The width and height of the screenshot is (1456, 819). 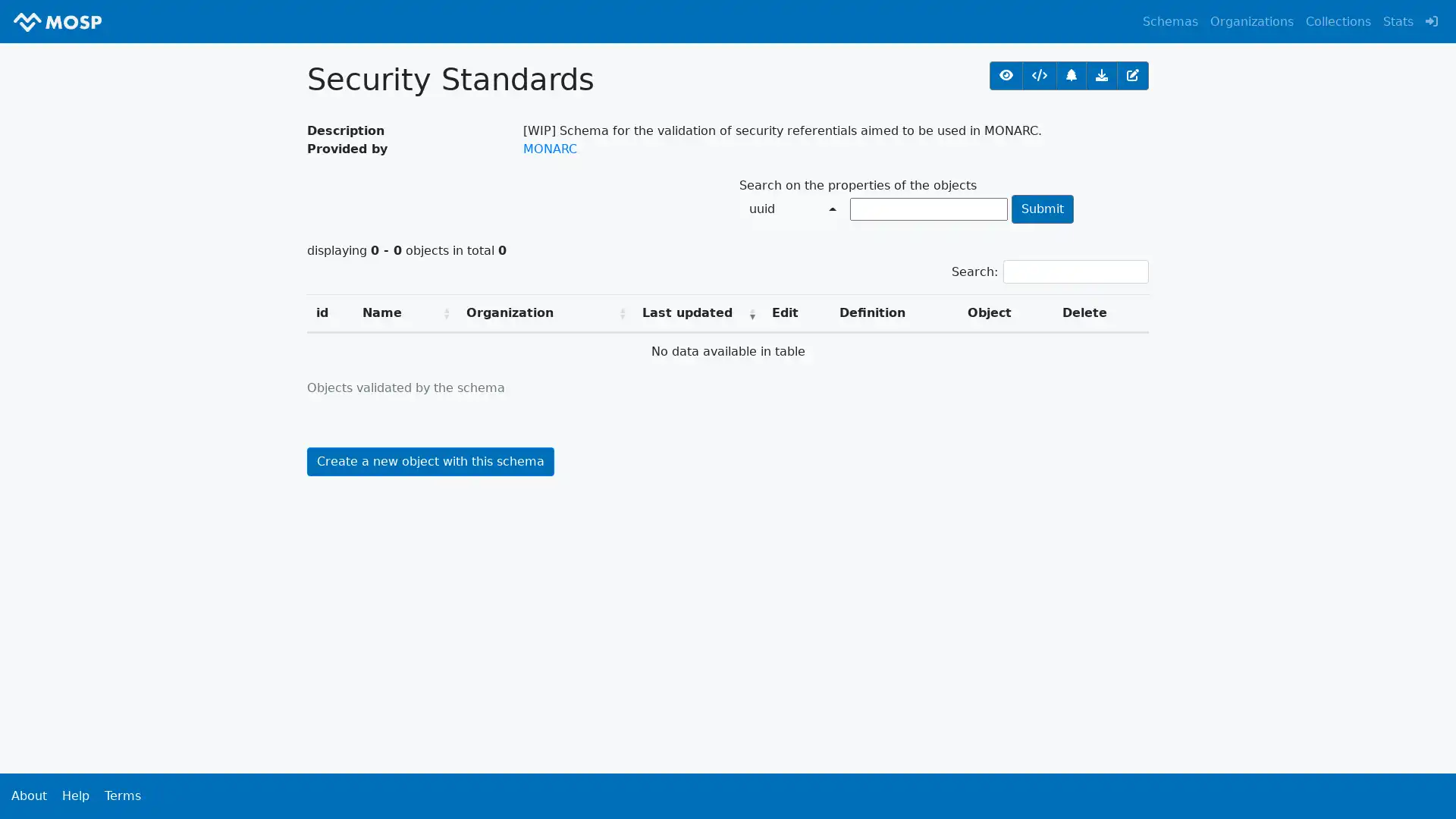 I want to click on URL of the schema definition, so click(x=1039, y=76).